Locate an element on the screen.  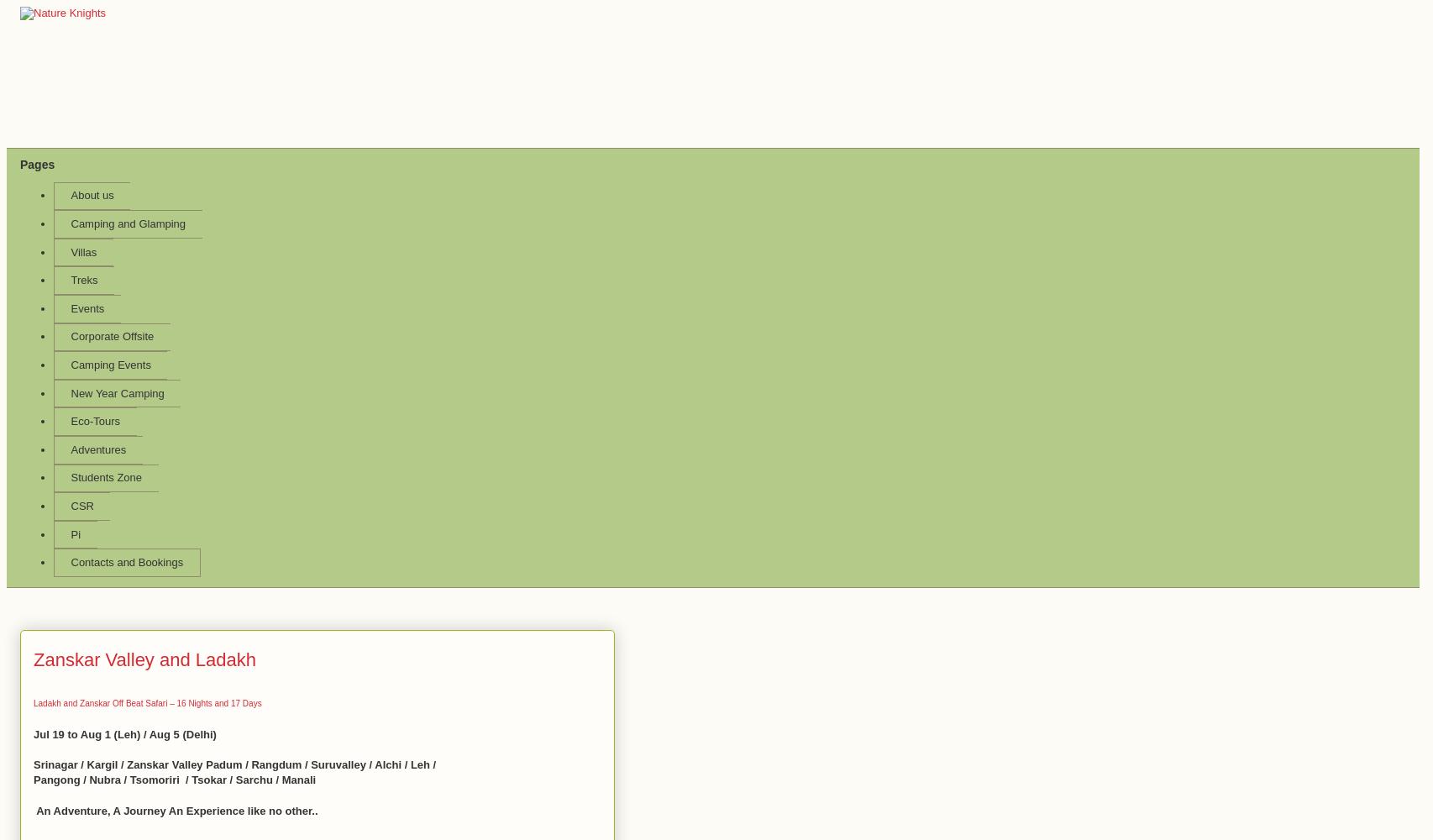
'Jul 19 to Aug 1 (Leh) / Aug 5 (Delhi)' is located at coordinates (124, 732).